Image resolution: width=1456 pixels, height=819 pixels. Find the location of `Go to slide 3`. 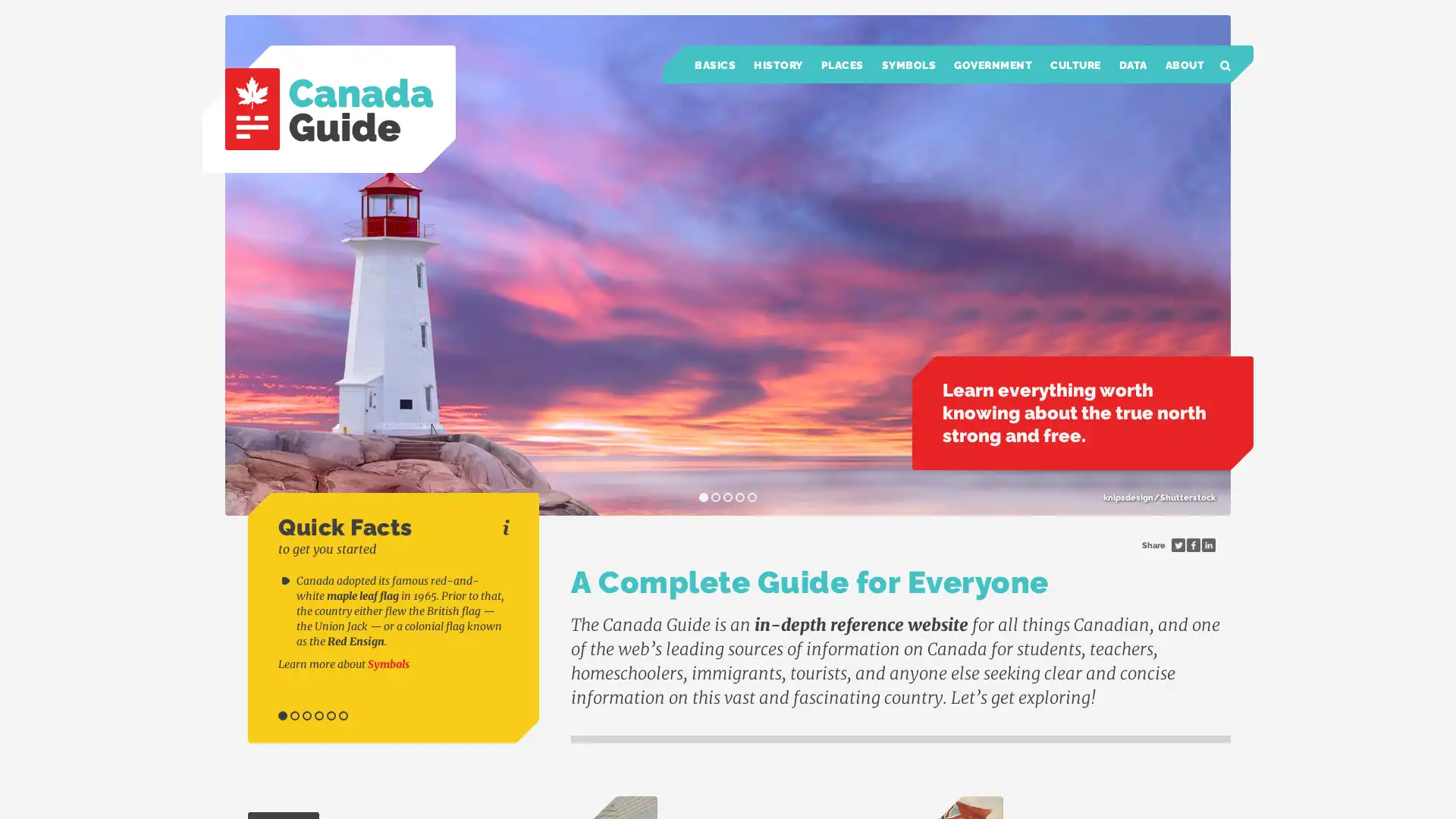

Go to slide 3 is located at coordinates (306, 716).